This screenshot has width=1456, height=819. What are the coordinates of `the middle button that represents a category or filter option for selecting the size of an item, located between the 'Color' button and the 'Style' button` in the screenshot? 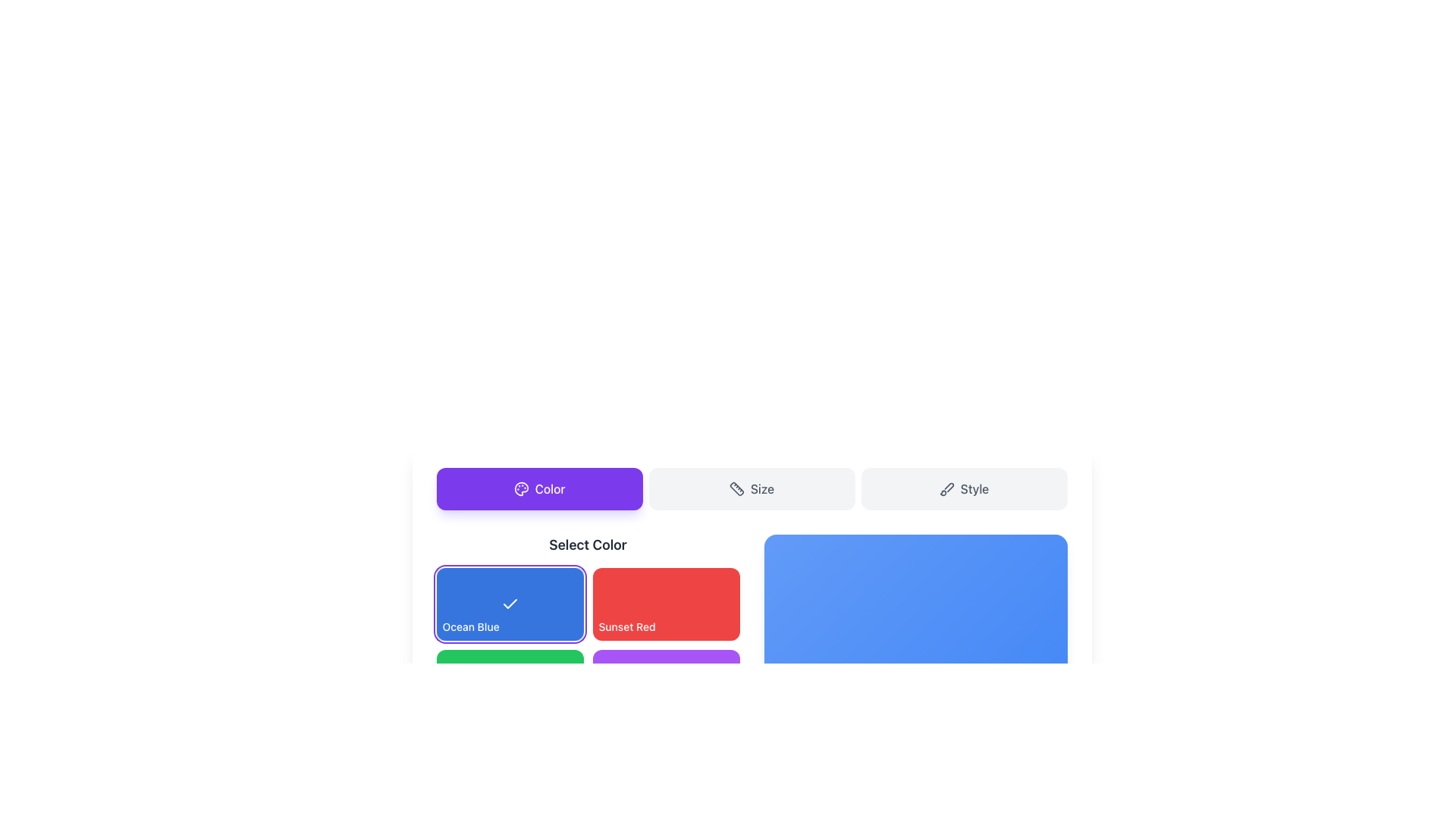 It's located at (752, 488).